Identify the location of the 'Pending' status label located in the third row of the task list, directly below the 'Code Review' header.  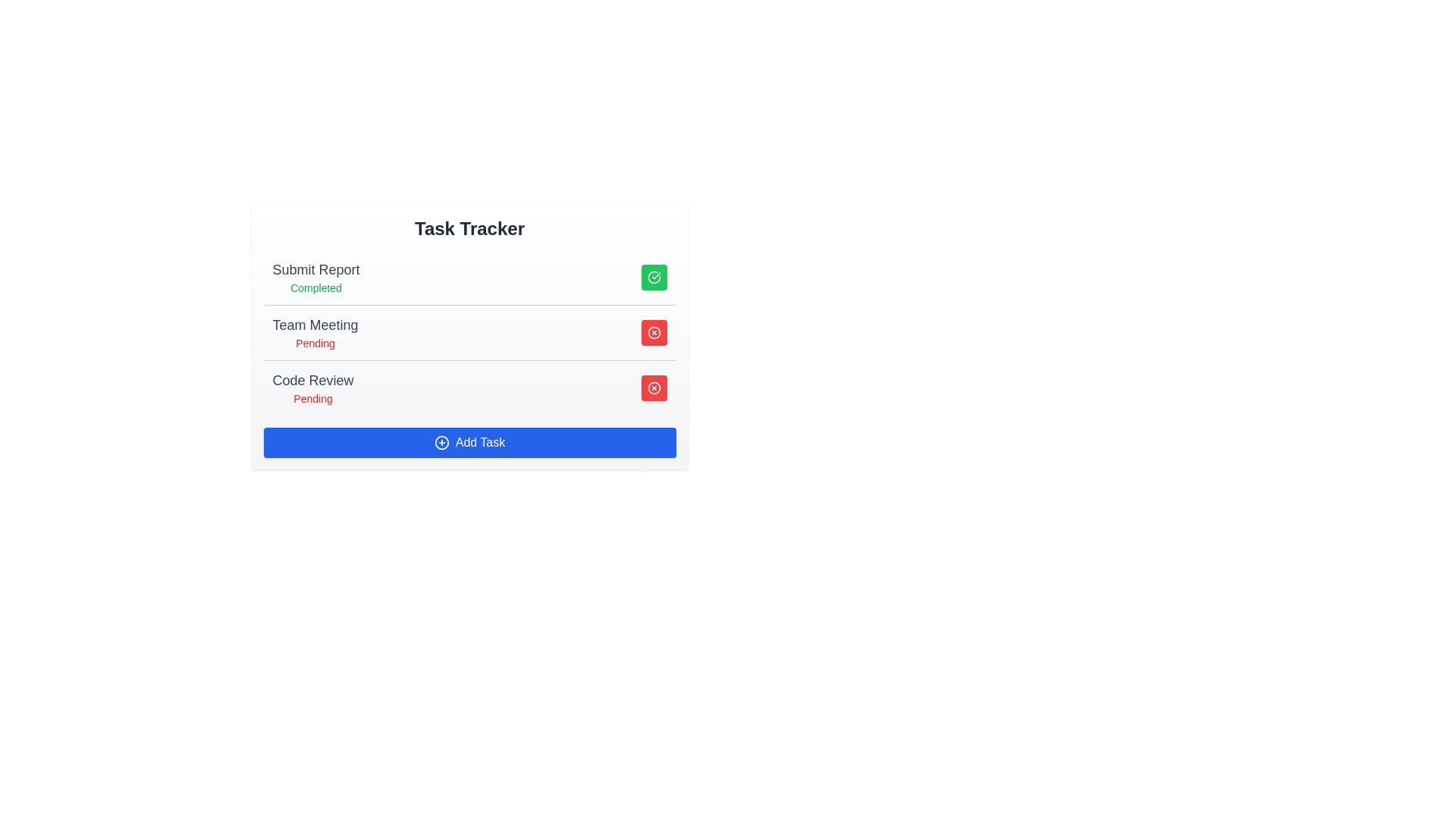
(312, 397).